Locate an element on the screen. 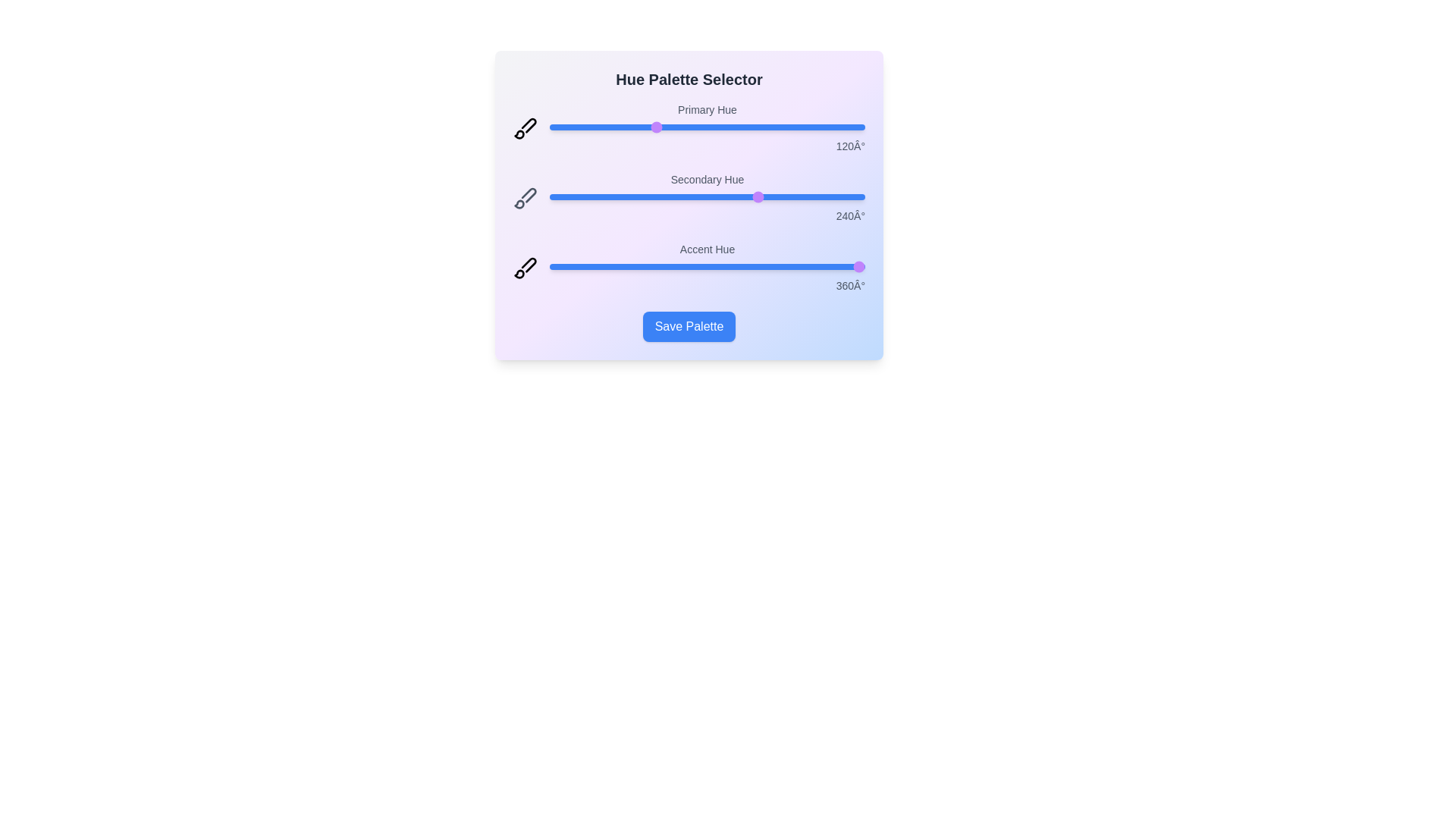 This screenshot has height=819, width=1456. the 'Primary Hue' slider to 113 degrees is located at coordinates (648, 127).